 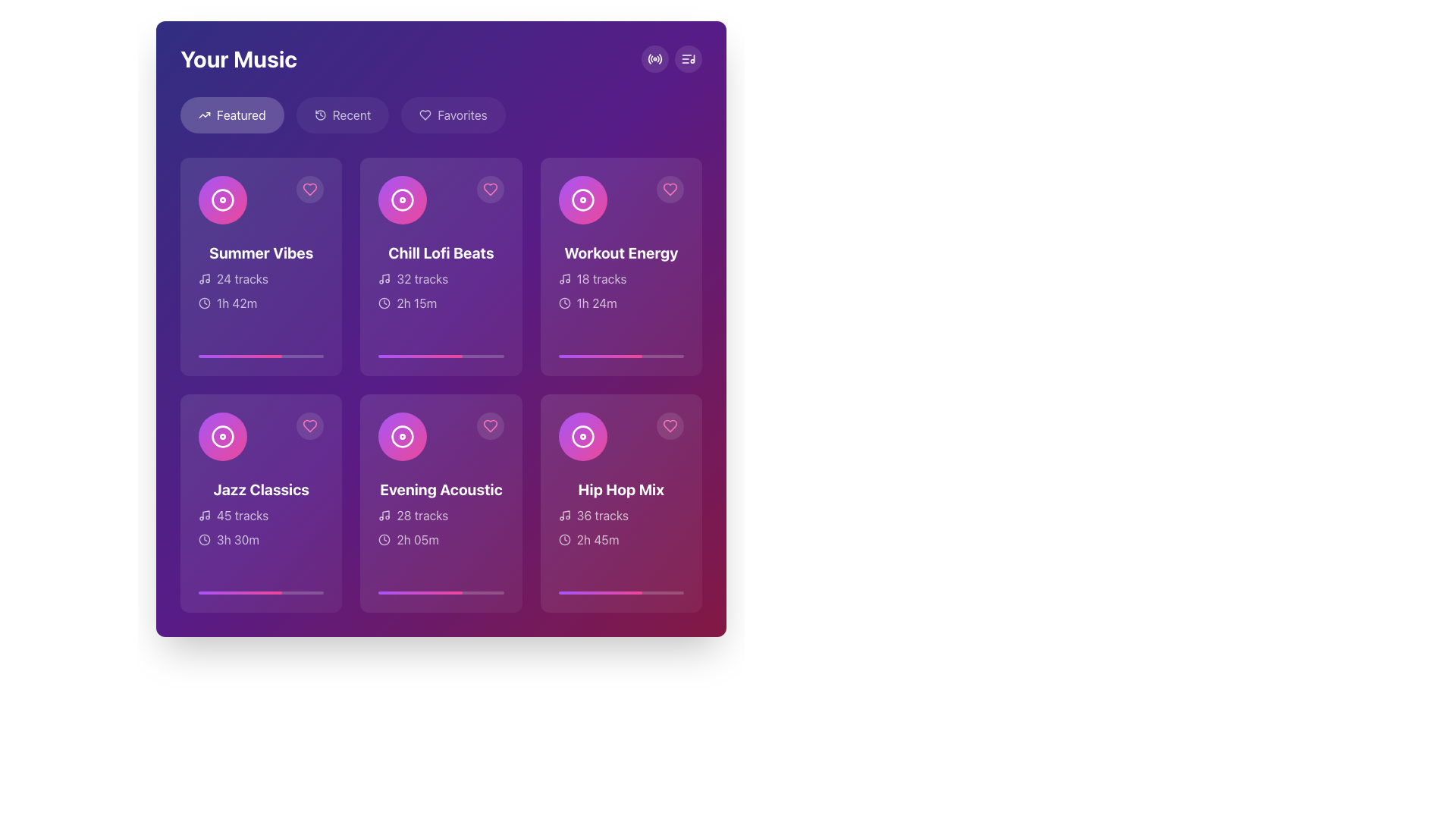 What do you see at coordinates (440, 253) in the screenshot?
I see `the text label that reads 'Chill Lofi Beats' in bold white typography, located within a purple card under 'Your Music', positioned below a circular icon` at bounding box center [440, 253].